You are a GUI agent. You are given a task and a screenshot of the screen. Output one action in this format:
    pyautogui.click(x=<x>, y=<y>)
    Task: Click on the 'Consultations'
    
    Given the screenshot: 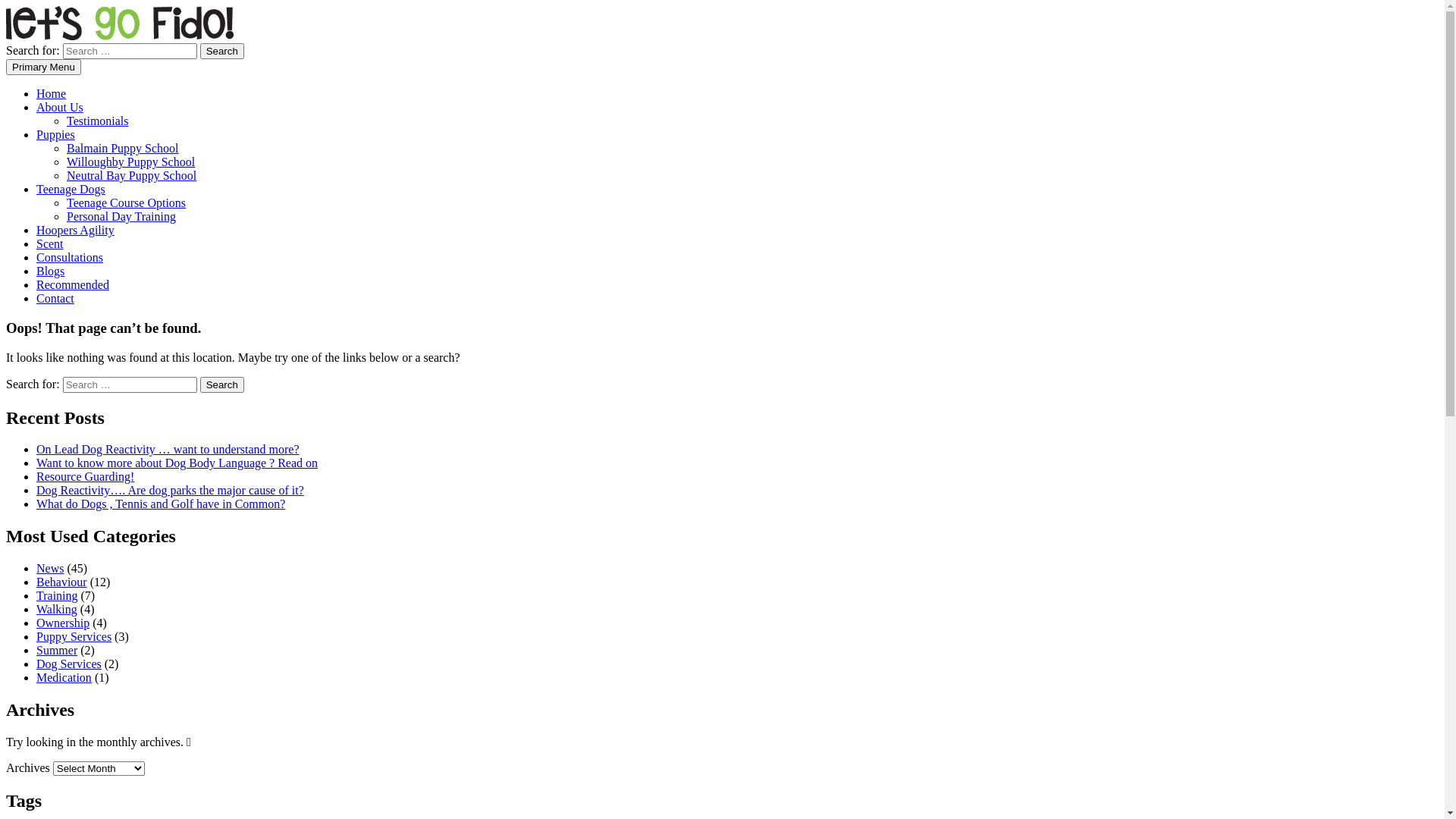 What is the action you would take?
    pyautogui.click(x=36, y=256)
    